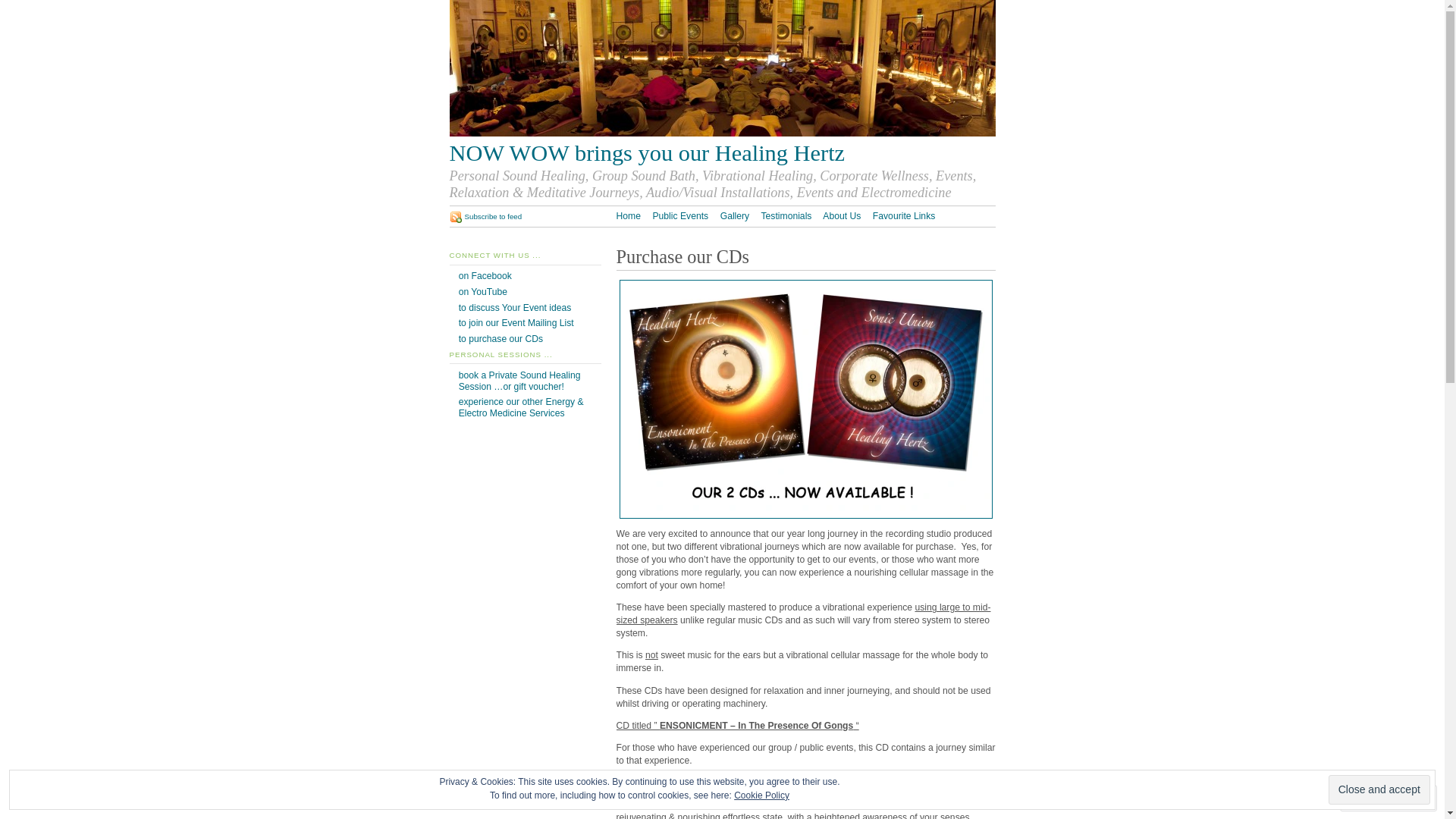 The image size is (1456, 819). Describe the element at coordinates (484, 275) in the screenshot. I see `'on Facebook'` at that location.